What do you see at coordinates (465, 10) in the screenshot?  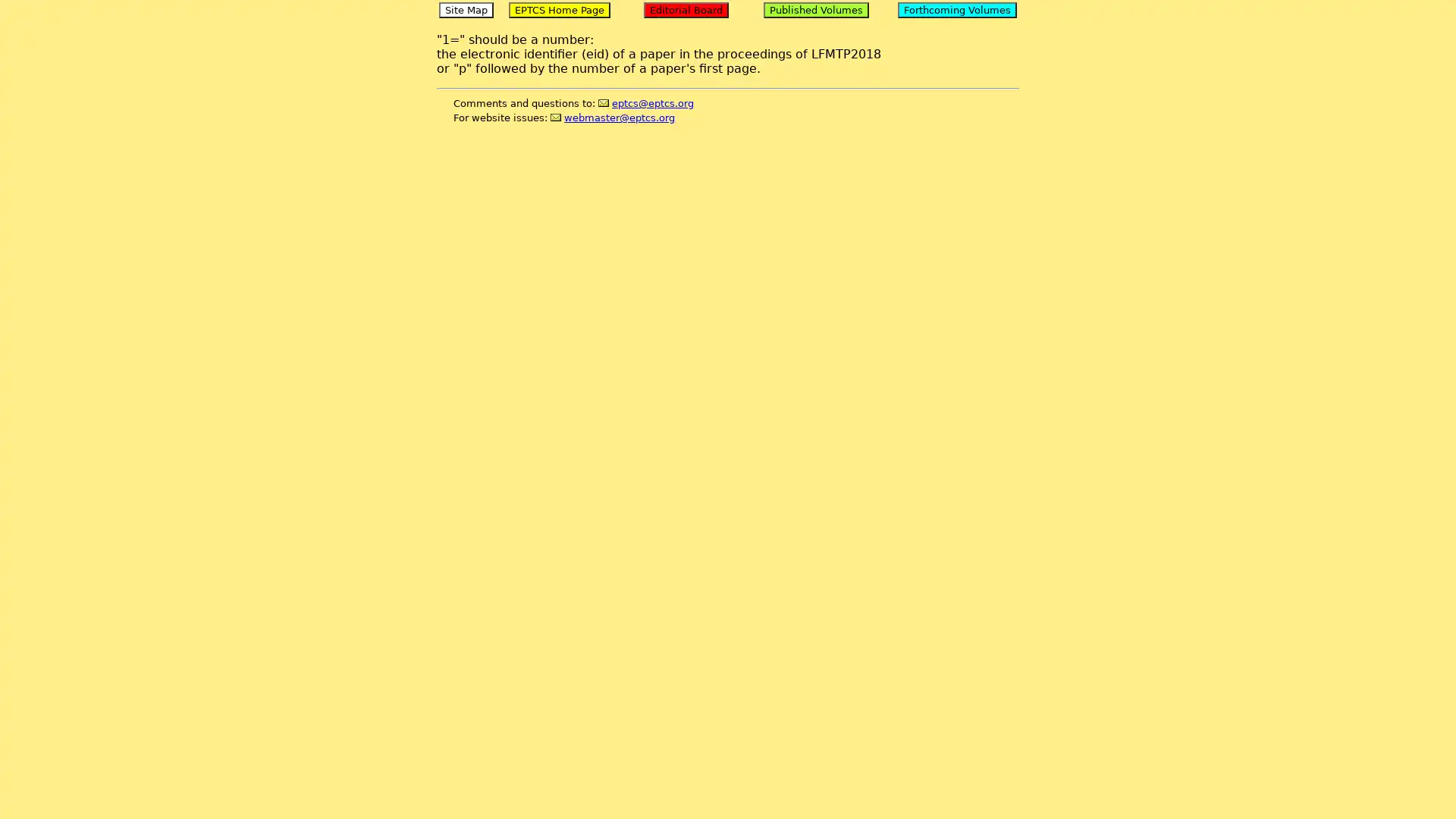 I see `Site Map` at bounding box center [465, 10].